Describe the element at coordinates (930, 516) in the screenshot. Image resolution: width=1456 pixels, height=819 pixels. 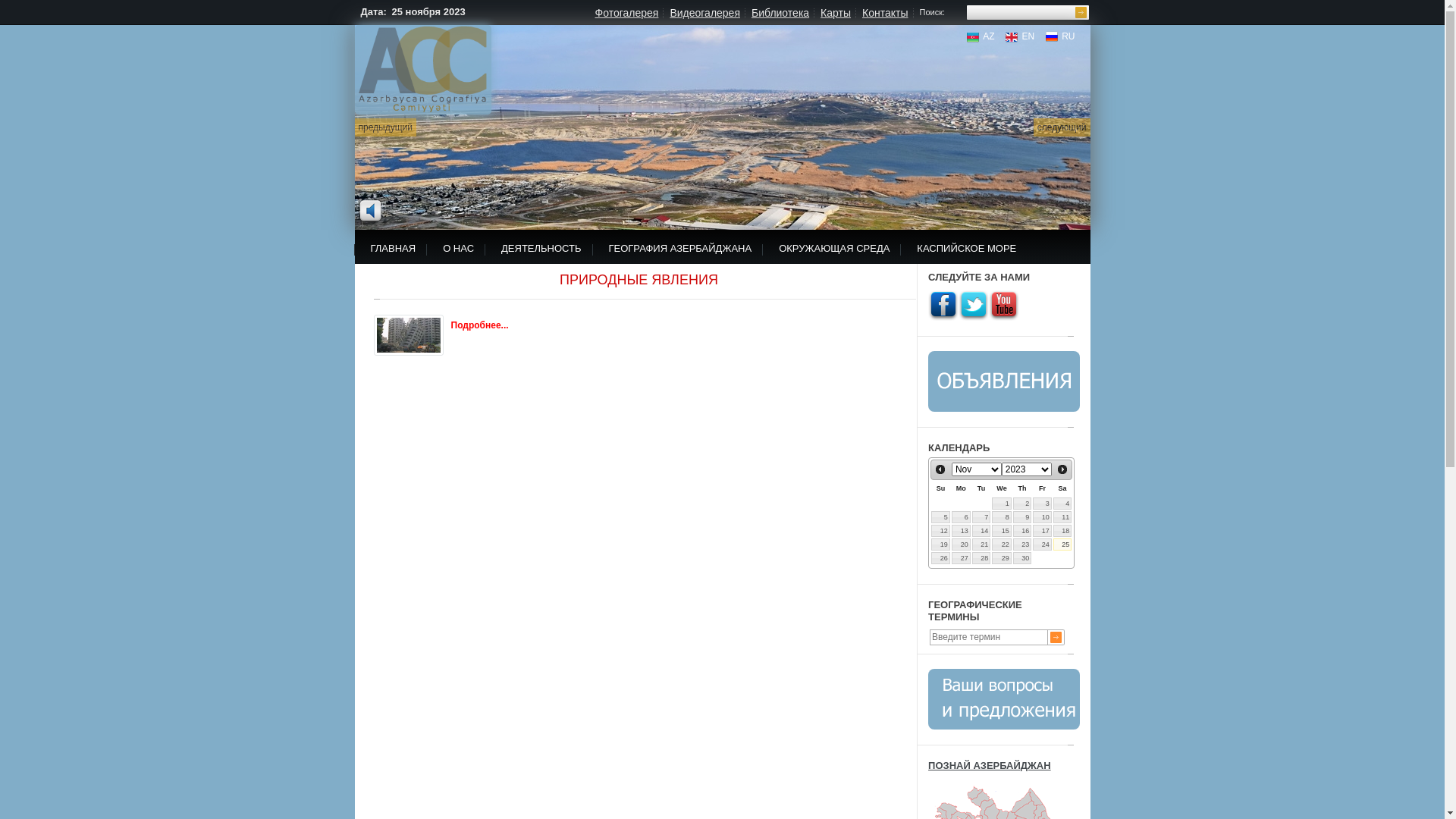
I see `'5'` at that location.